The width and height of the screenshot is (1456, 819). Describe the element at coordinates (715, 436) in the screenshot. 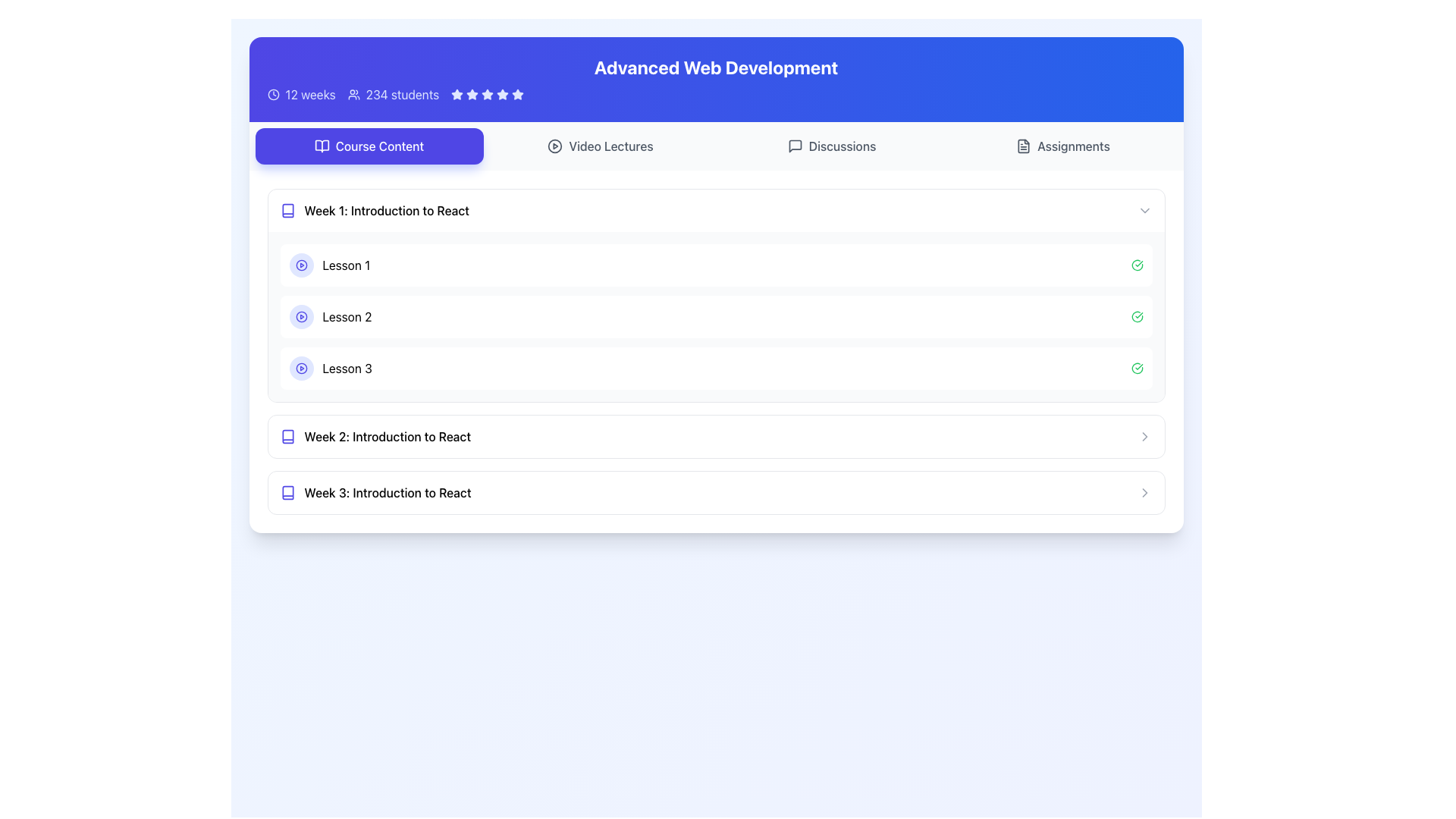

I see `the second row in the list of weekly topics labeled 'Week 2: Introduction to React'` at that location.